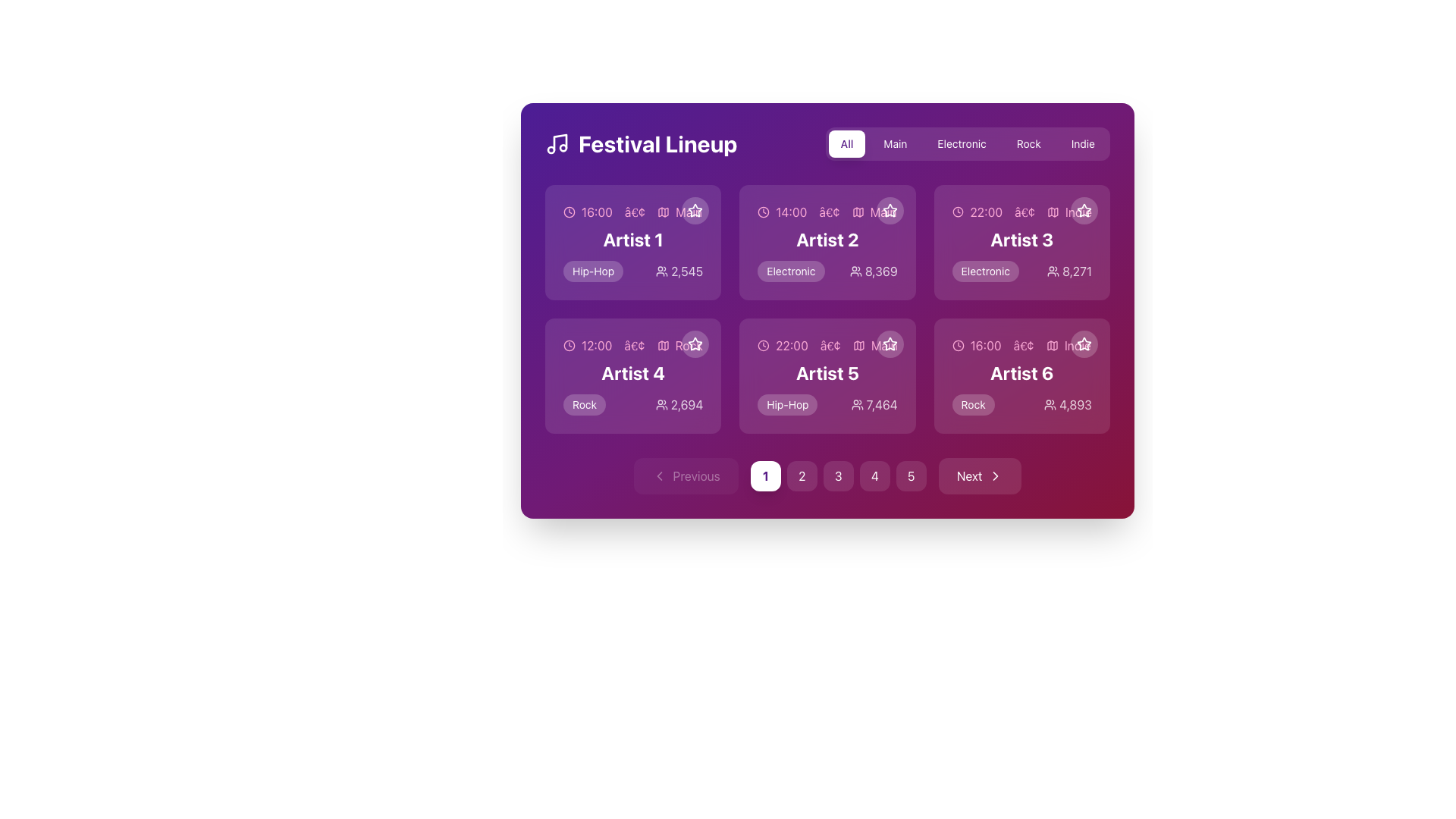 Image resolution: width=1456 pixels, height=819 pixels. Describe the element at coordinates (694, 344) in the screenshot. I see `the star icon button located in the top-right corner of the 'Artist 4' card to favorite the artist` at that location.